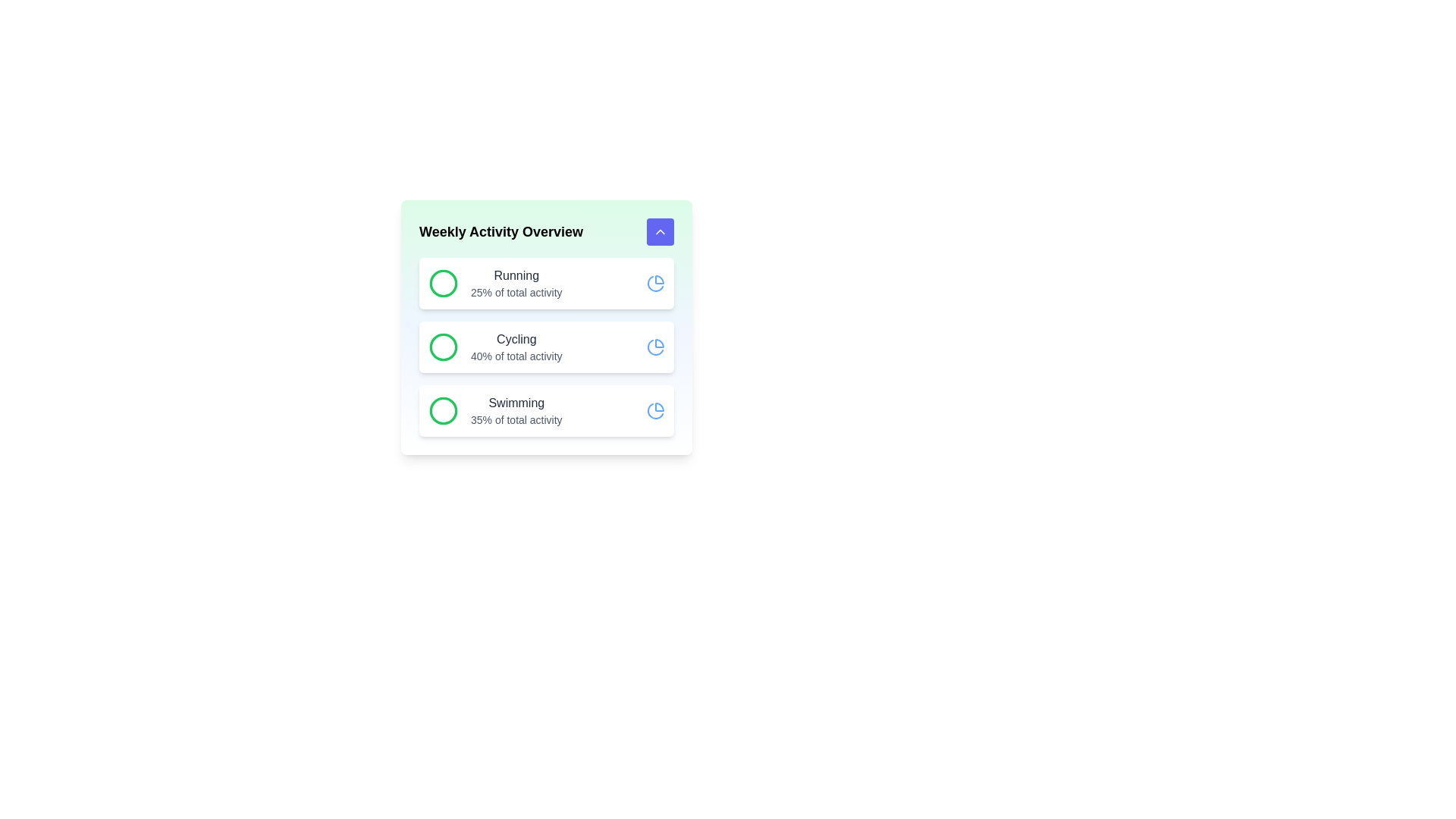  What do you see at coordinates (655, 284) in the screenshot?
I see `the light blue circular icon with a pie chart symbol located at the top-right corner of the 'Running' activity card` at bounding box center [655, 284].